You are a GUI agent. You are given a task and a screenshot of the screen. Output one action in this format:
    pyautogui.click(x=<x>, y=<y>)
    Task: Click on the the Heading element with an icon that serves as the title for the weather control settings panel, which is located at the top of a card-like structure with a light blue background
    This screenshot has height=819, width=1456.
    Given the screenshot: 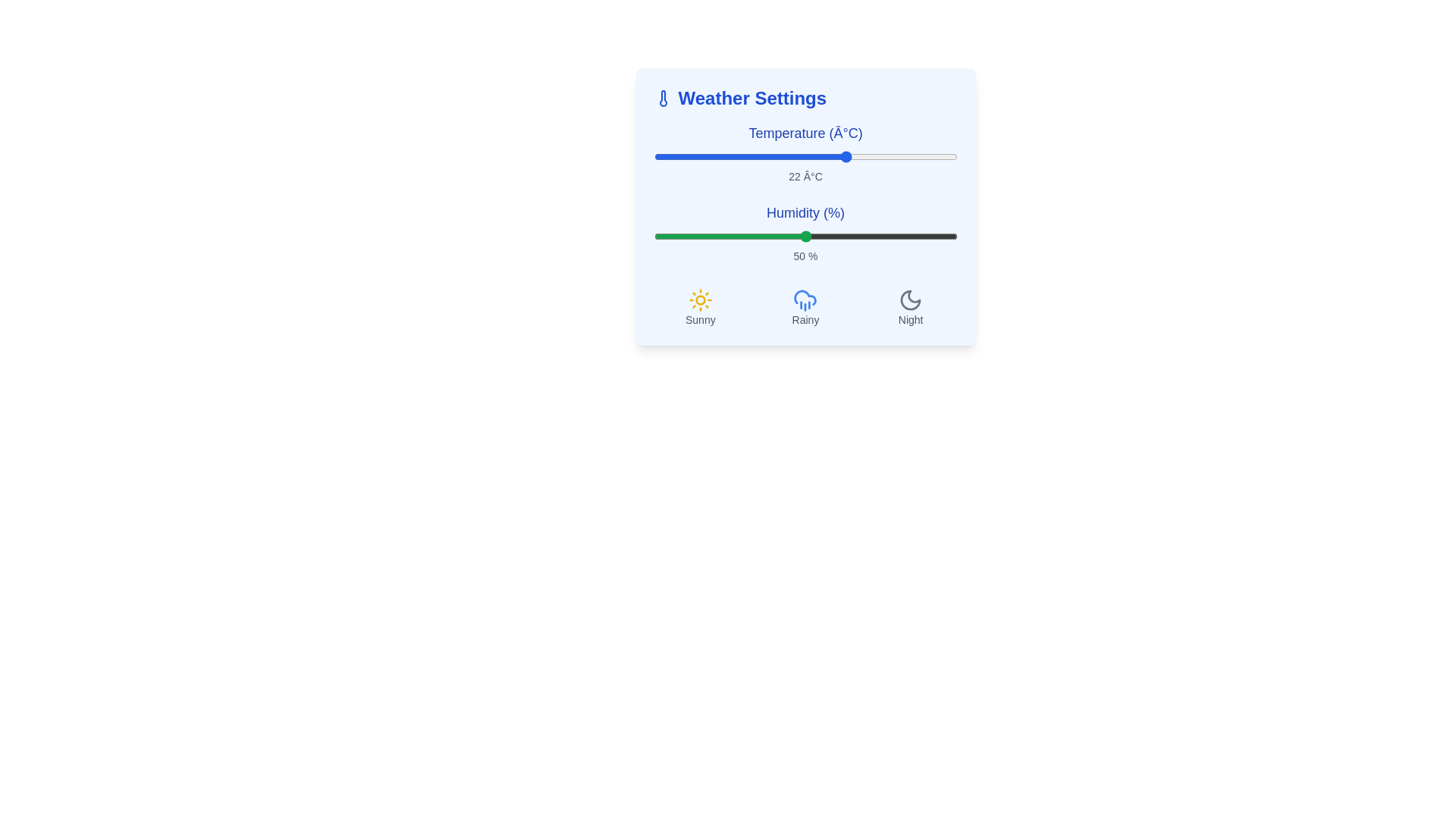 What is the action you would take?
    pyautogui.click(x=805, y=99)
    